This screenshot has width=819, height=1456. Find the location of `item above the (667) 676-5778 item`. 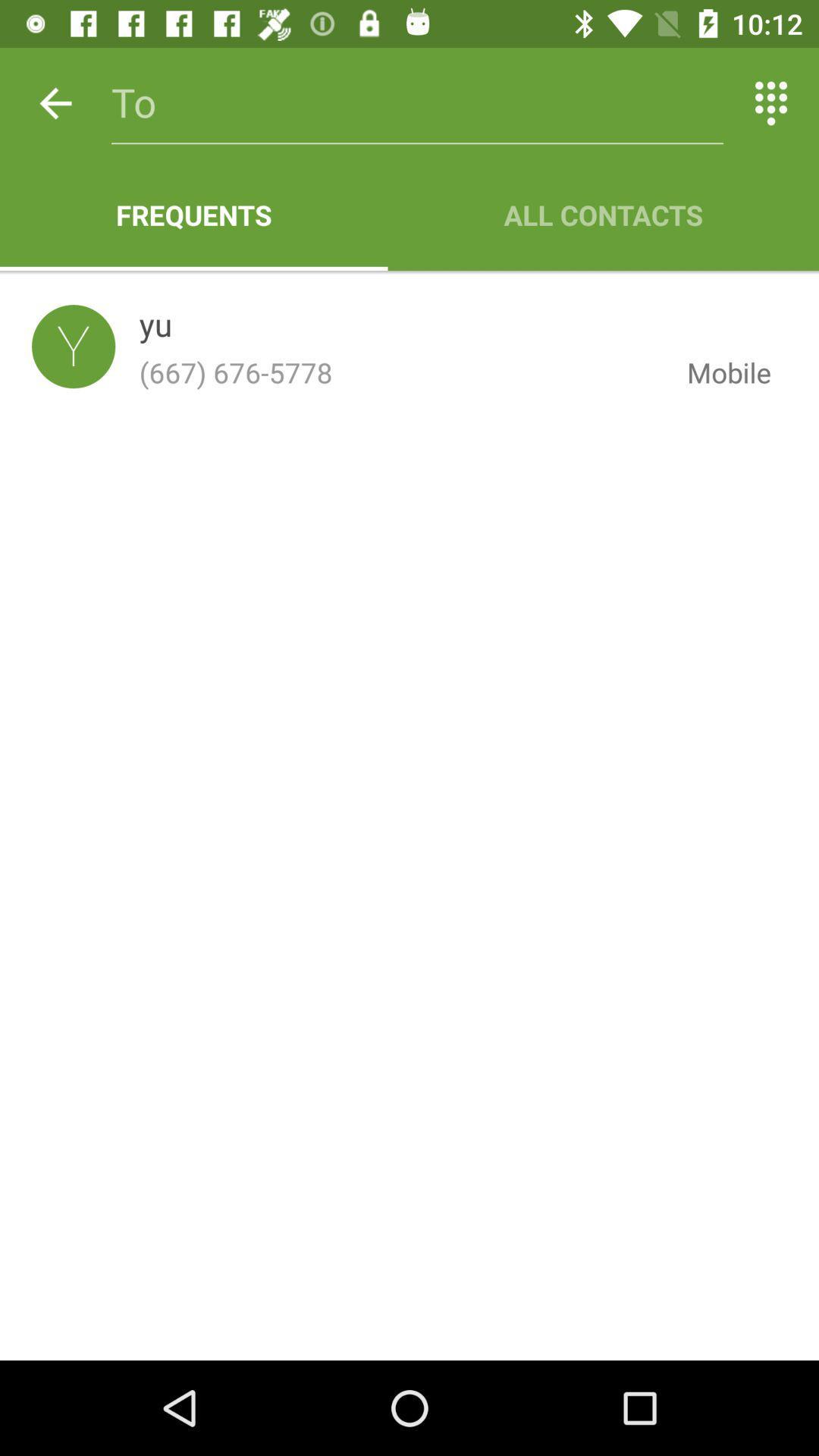

item above the (667) 676-5778 item is located at coordinates (155, 327).